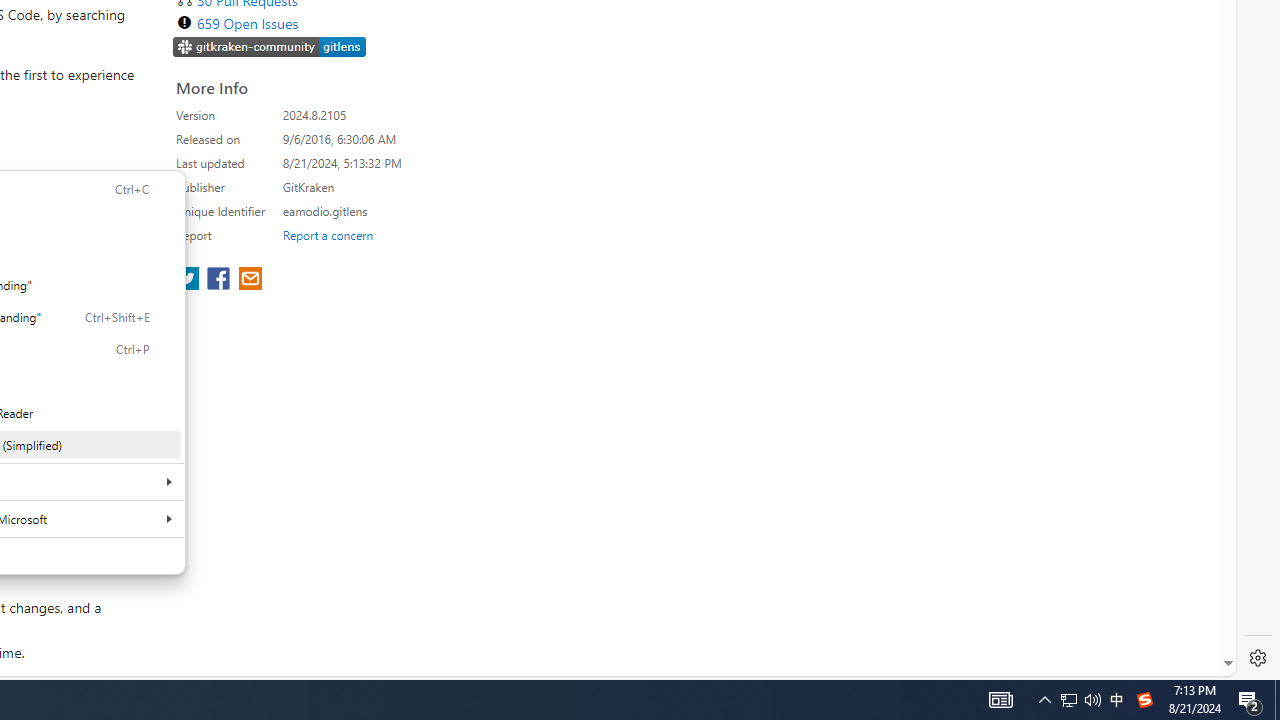  What do you see at coordinates (220, 280) in the screenshot?
I see `'share extension on facebook'` at bounding box center [220, 280].